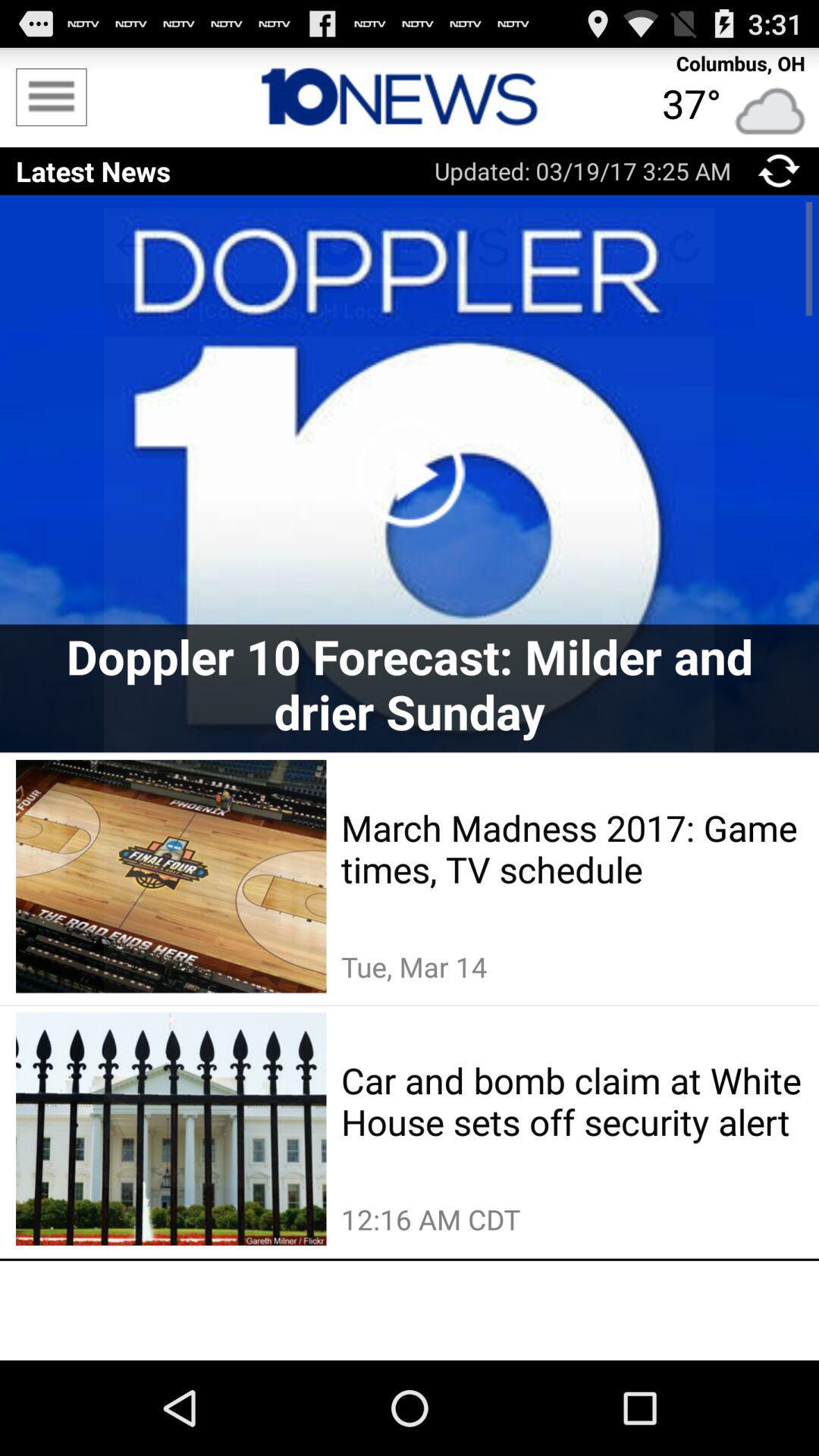  I want to click on the refresh icon, so click(779, 182).